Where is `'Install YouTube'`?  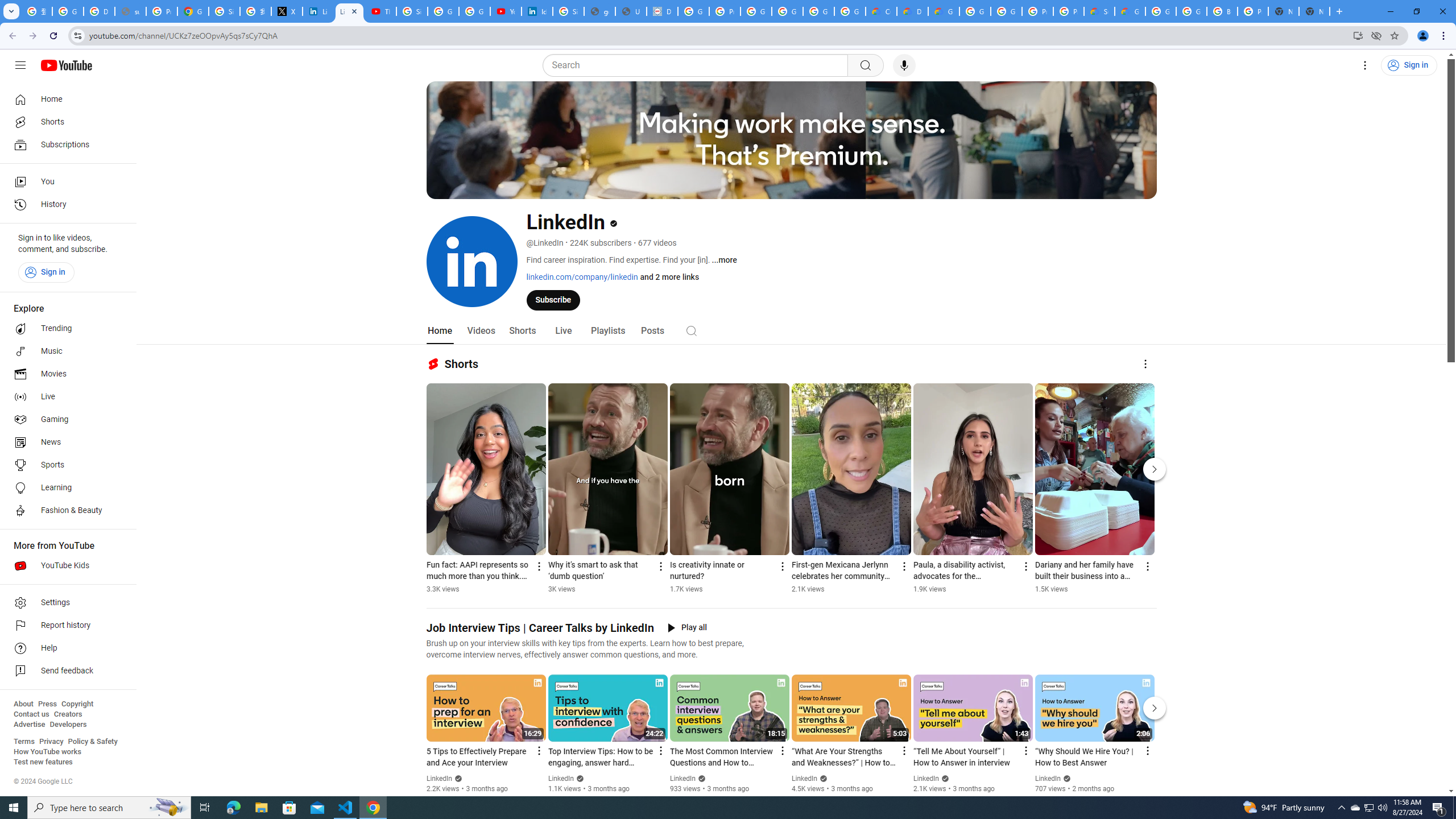
'Install YouTube' is located at coordinates (1358, 35).